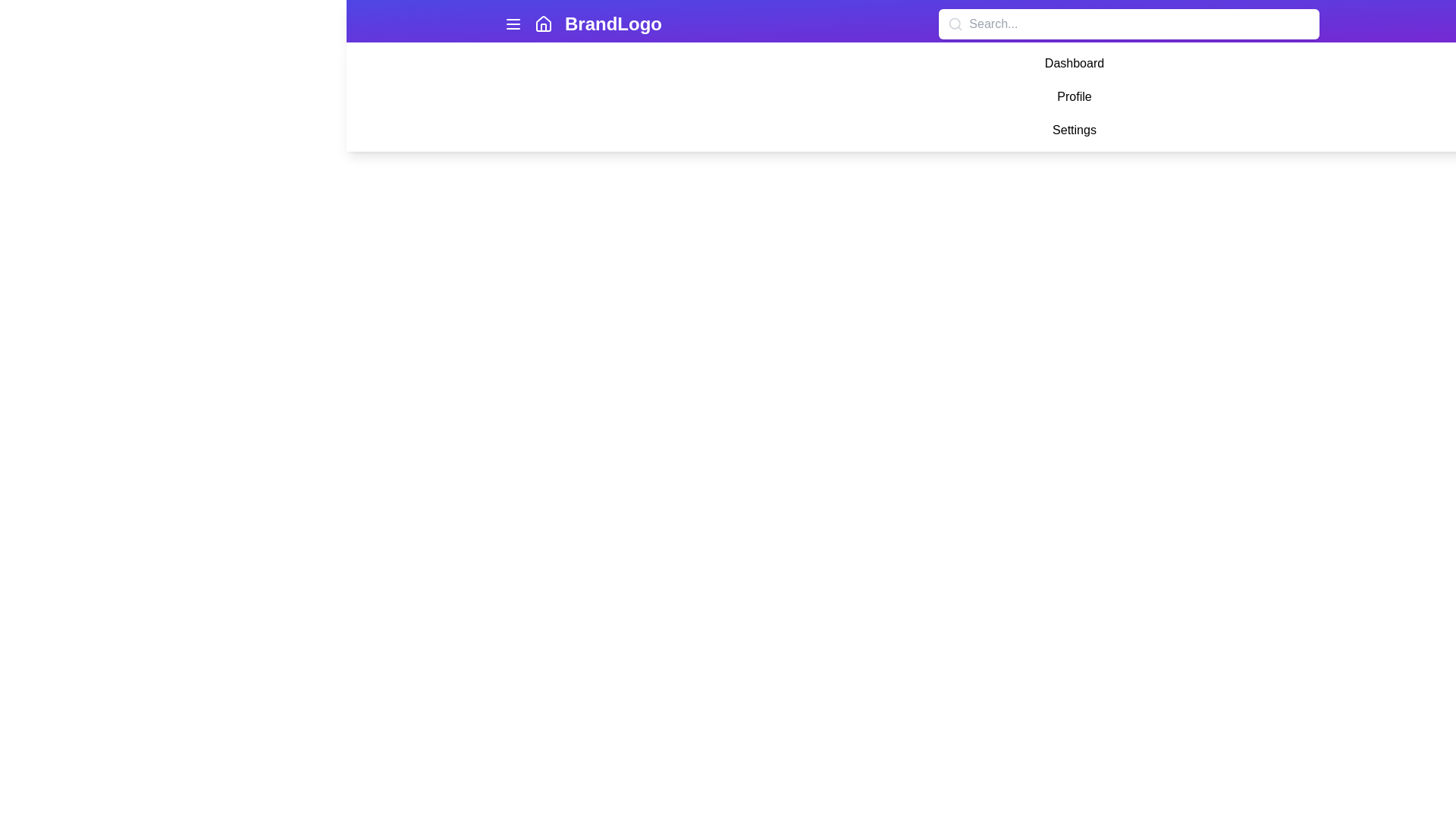  I want to click on the magnifying glass icon located within the search bar, positioned on the left side near the placeholder text, so click(955, 24).